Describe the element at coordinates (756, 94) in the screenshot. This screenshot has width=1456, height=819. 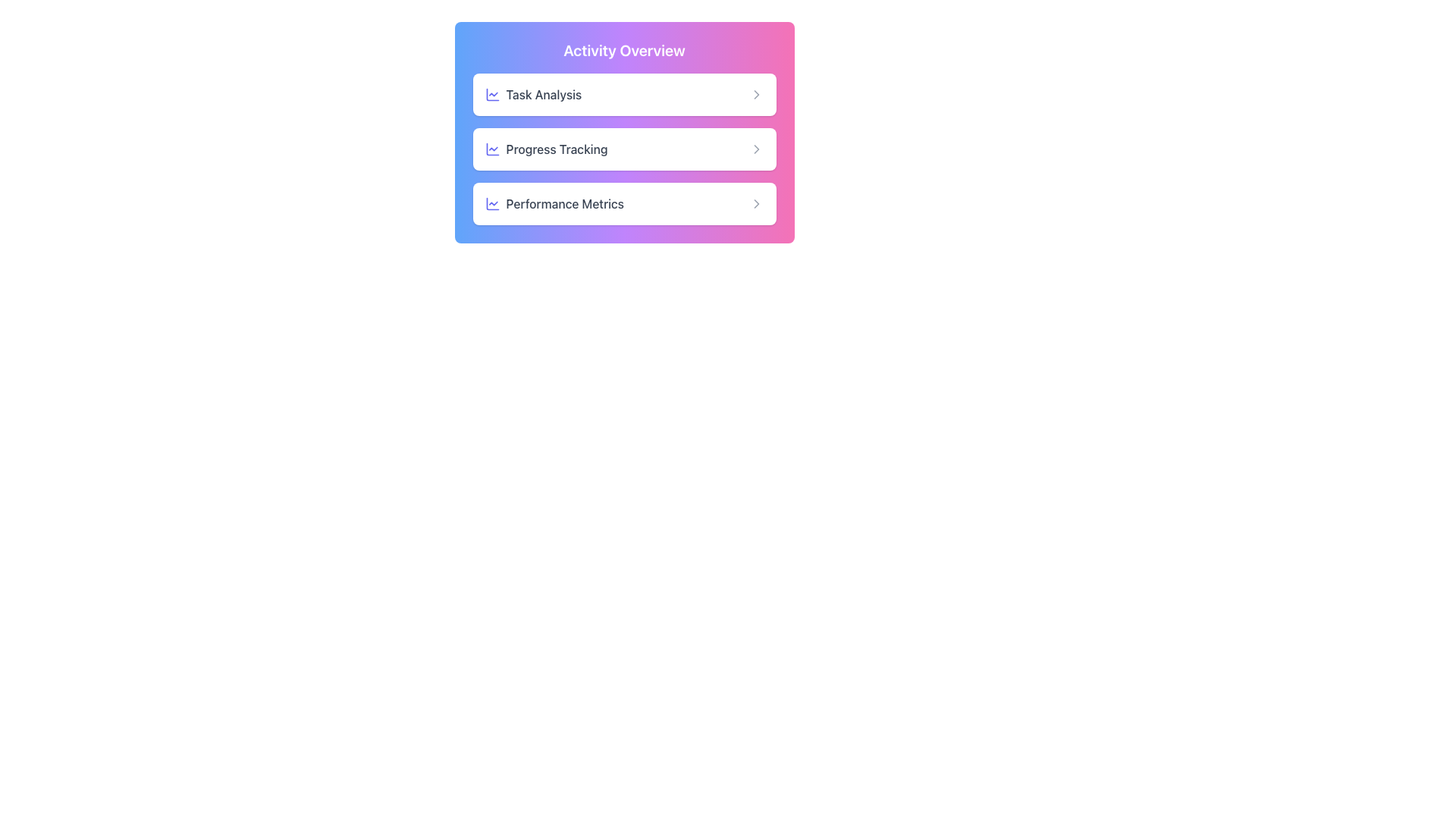
I see `the expansion icon located at the rightmost side of the 'Task Analysis' button` at that location.